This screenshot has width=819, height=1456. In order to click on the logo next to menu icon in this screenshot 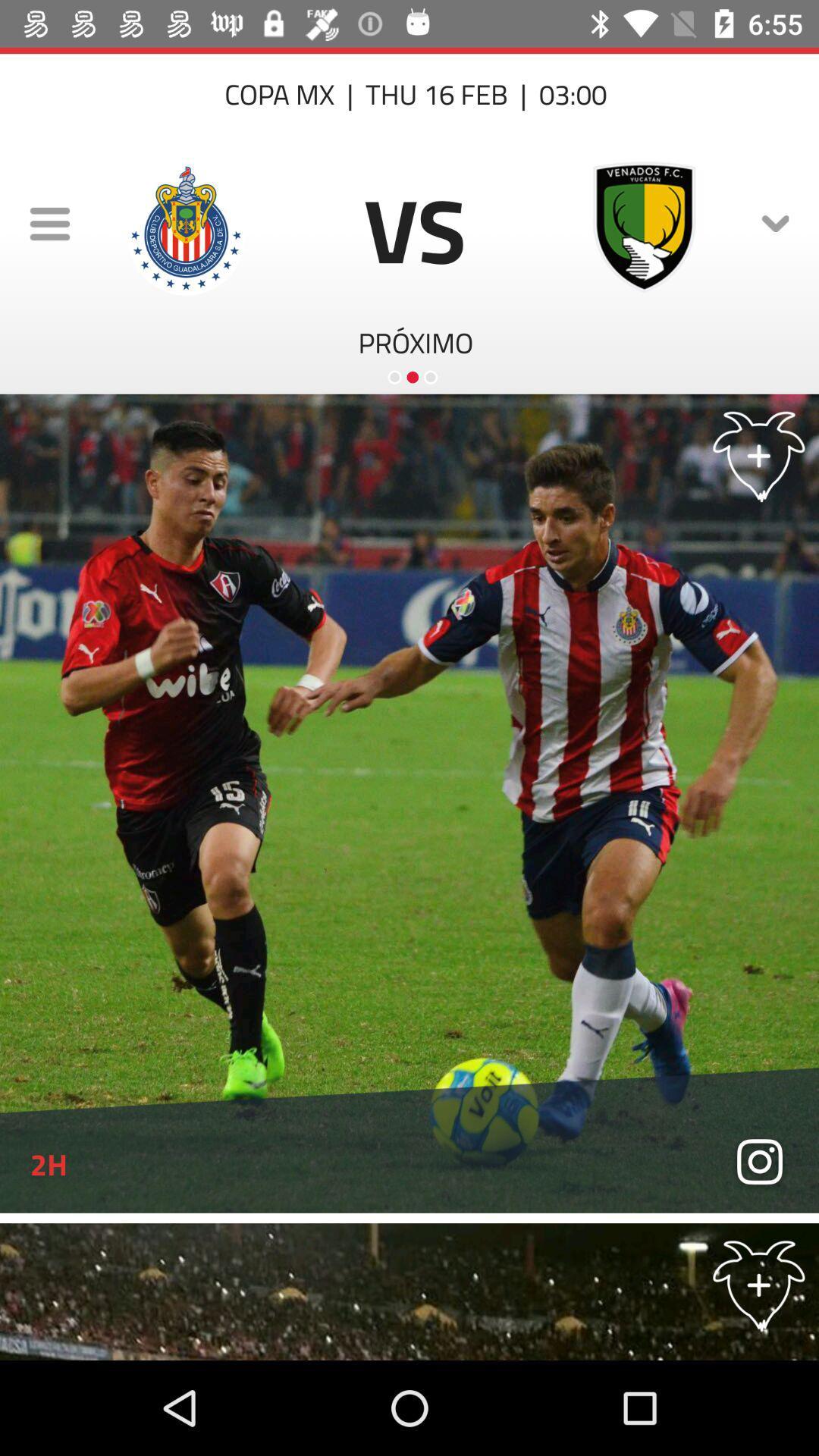, I will do `click(186, 226)`.